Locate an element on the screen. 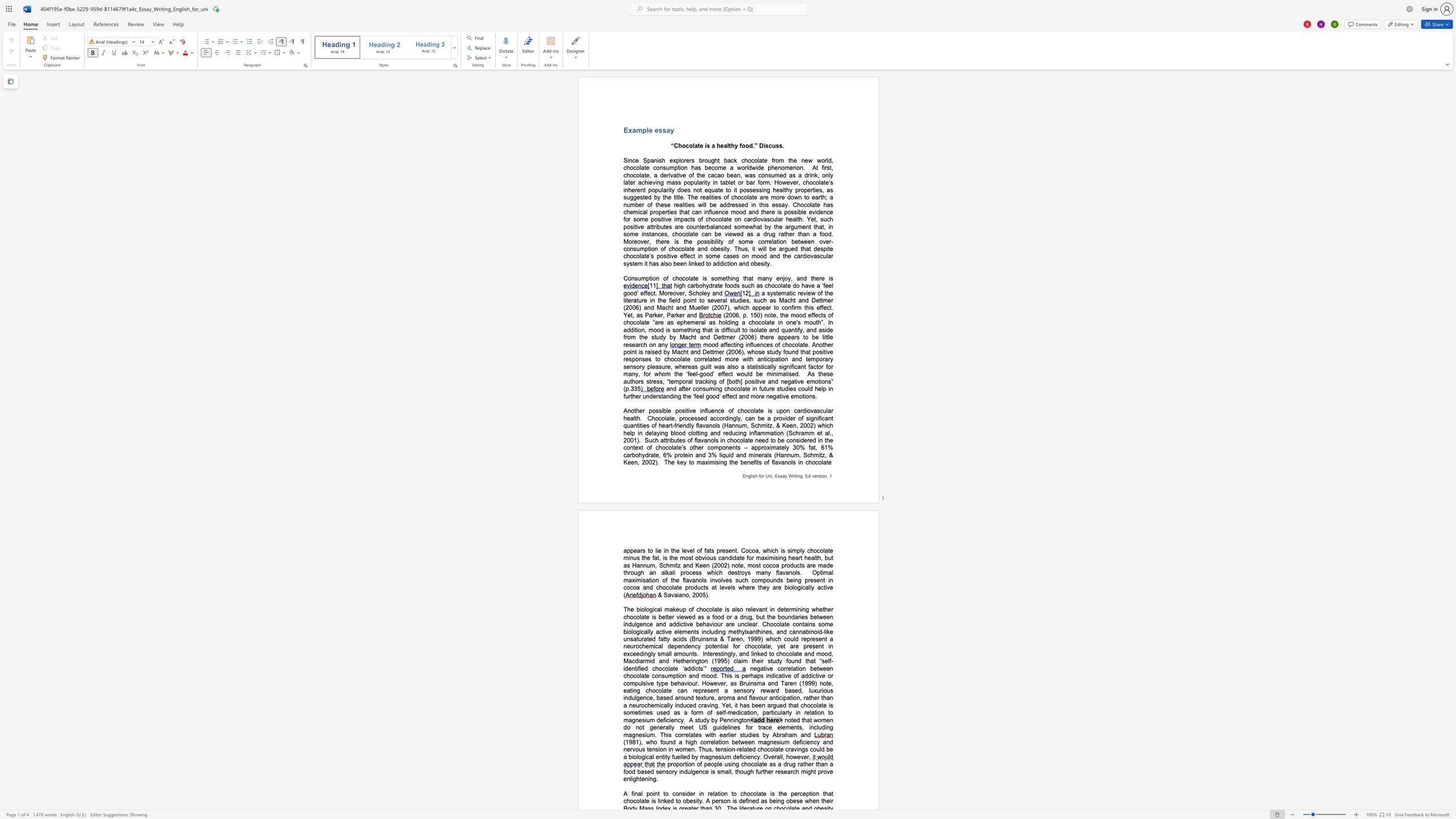 The height and width of the screenshot is (819, 1456). the subset text "ng present in cocoa and chocolate products at le" within the text "Optimal maximisation of the flavanols involves such compounds being present in cocoa and chocolate products at levels where they are biologically" is located at coordinates (794, 580).